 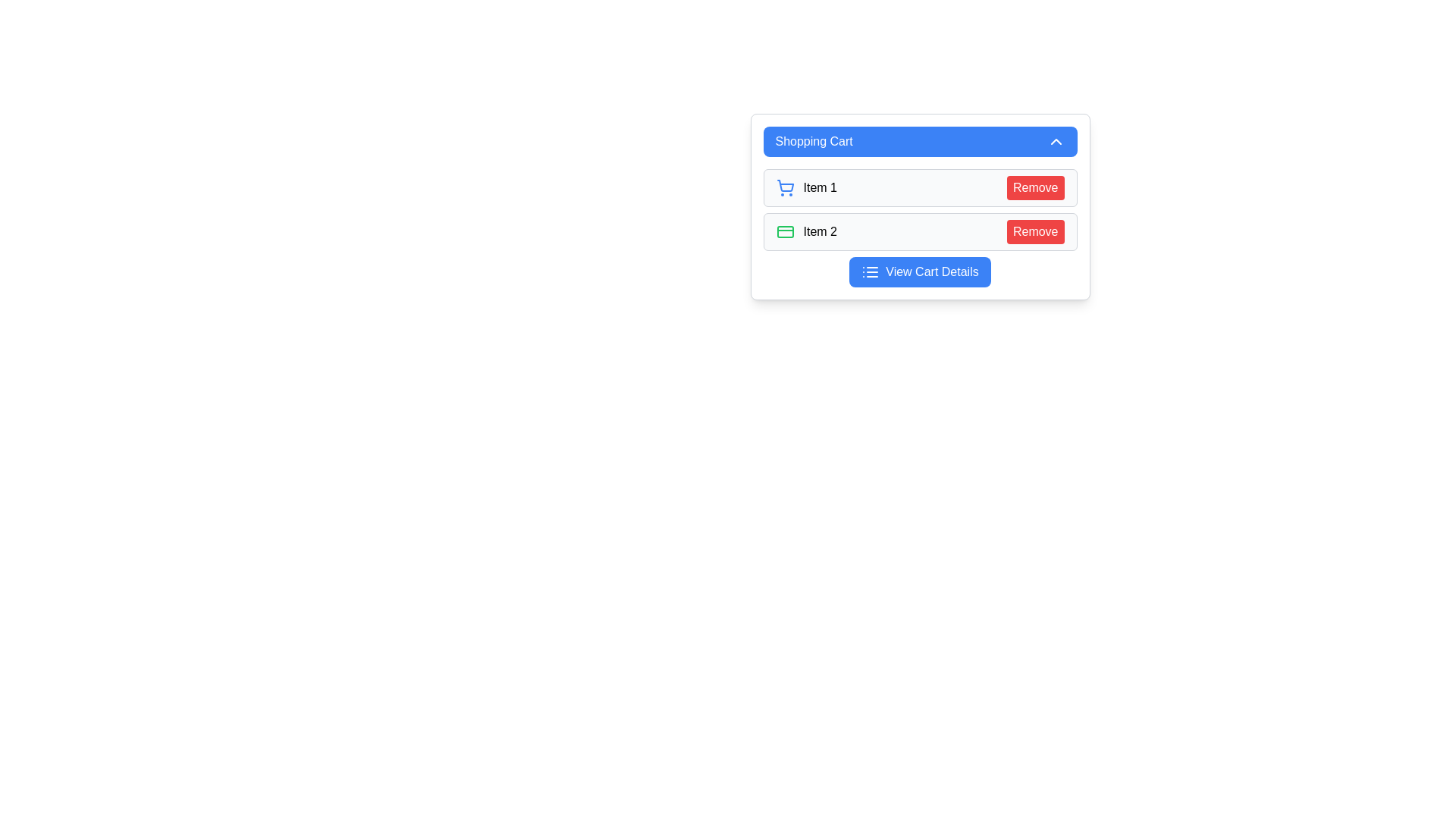 What do you see at coordinates (871, 271) in the screenshot?
I see `the 'View Cart Details' button icon, which is a small list icon with horizontal lines, styled in a white outline on a blue background, located at the bottom-right corner of the shopping cart section` at bounding box center [871, 271].